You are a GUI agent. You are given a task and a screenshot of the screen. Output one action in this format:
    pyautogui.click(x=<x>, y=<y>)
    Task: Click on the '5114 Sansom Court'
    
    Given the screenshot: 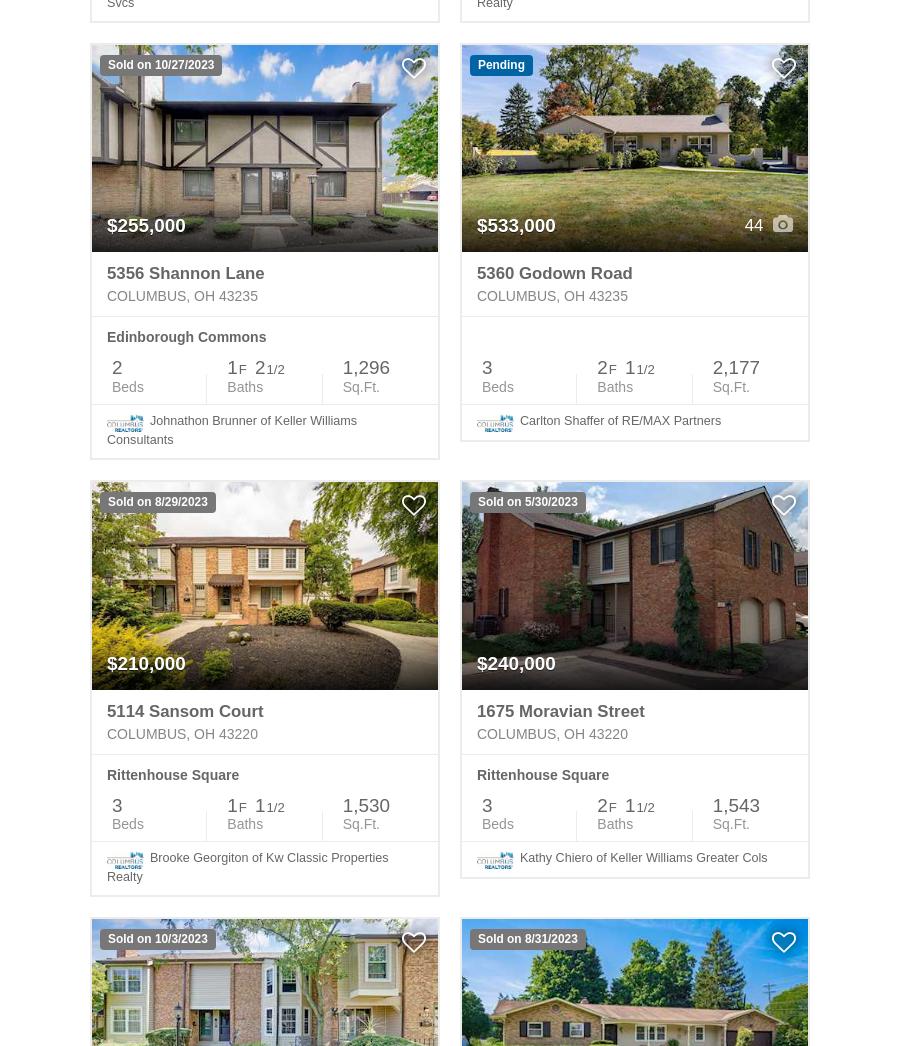 What is the action you would take?
    pyautogui.click(x=185, y=710)
    